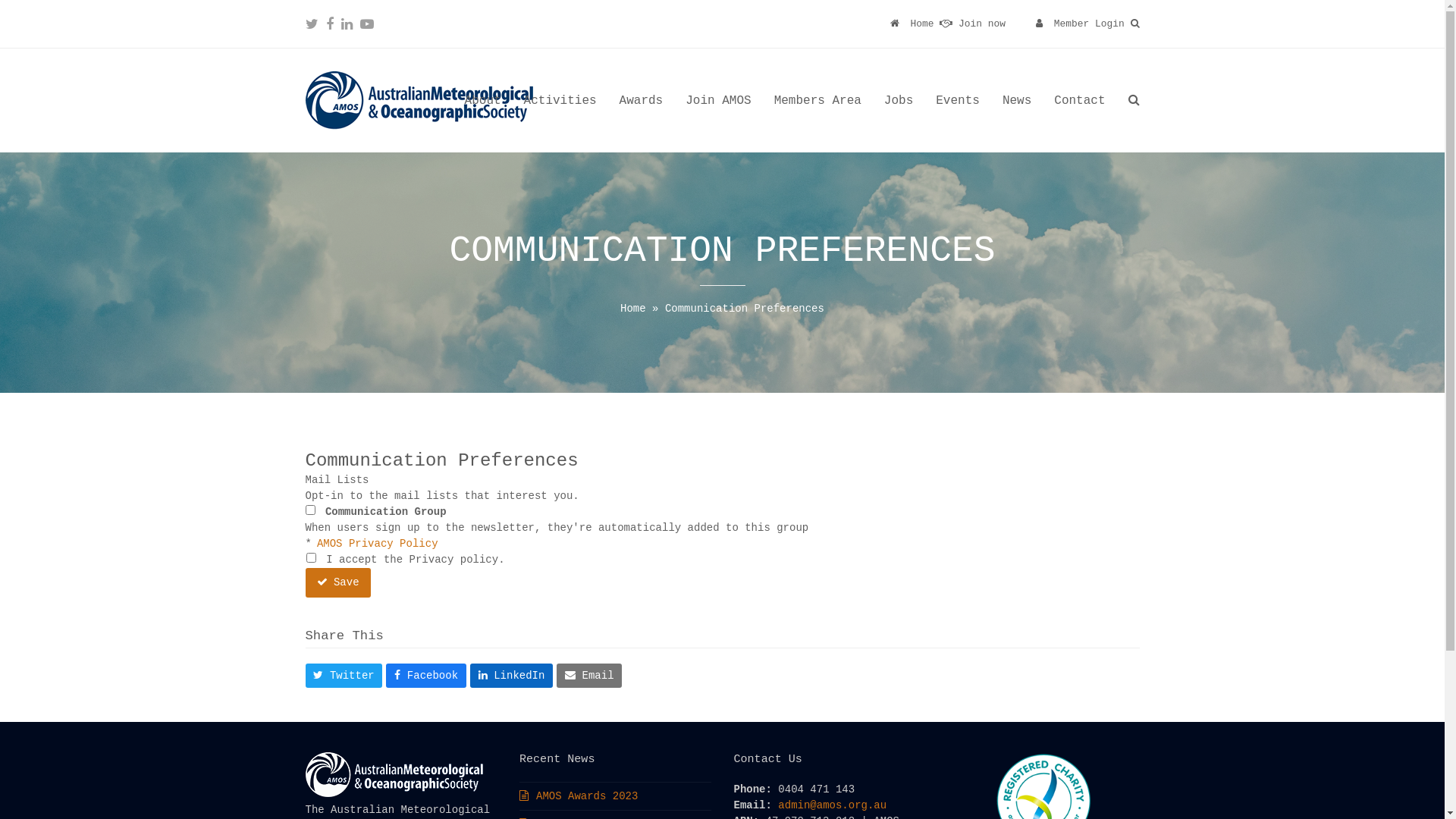  What do you see at coordinates (633, 308) in the screenshot?
I see `'Home'` at bounding box center [633, 308].